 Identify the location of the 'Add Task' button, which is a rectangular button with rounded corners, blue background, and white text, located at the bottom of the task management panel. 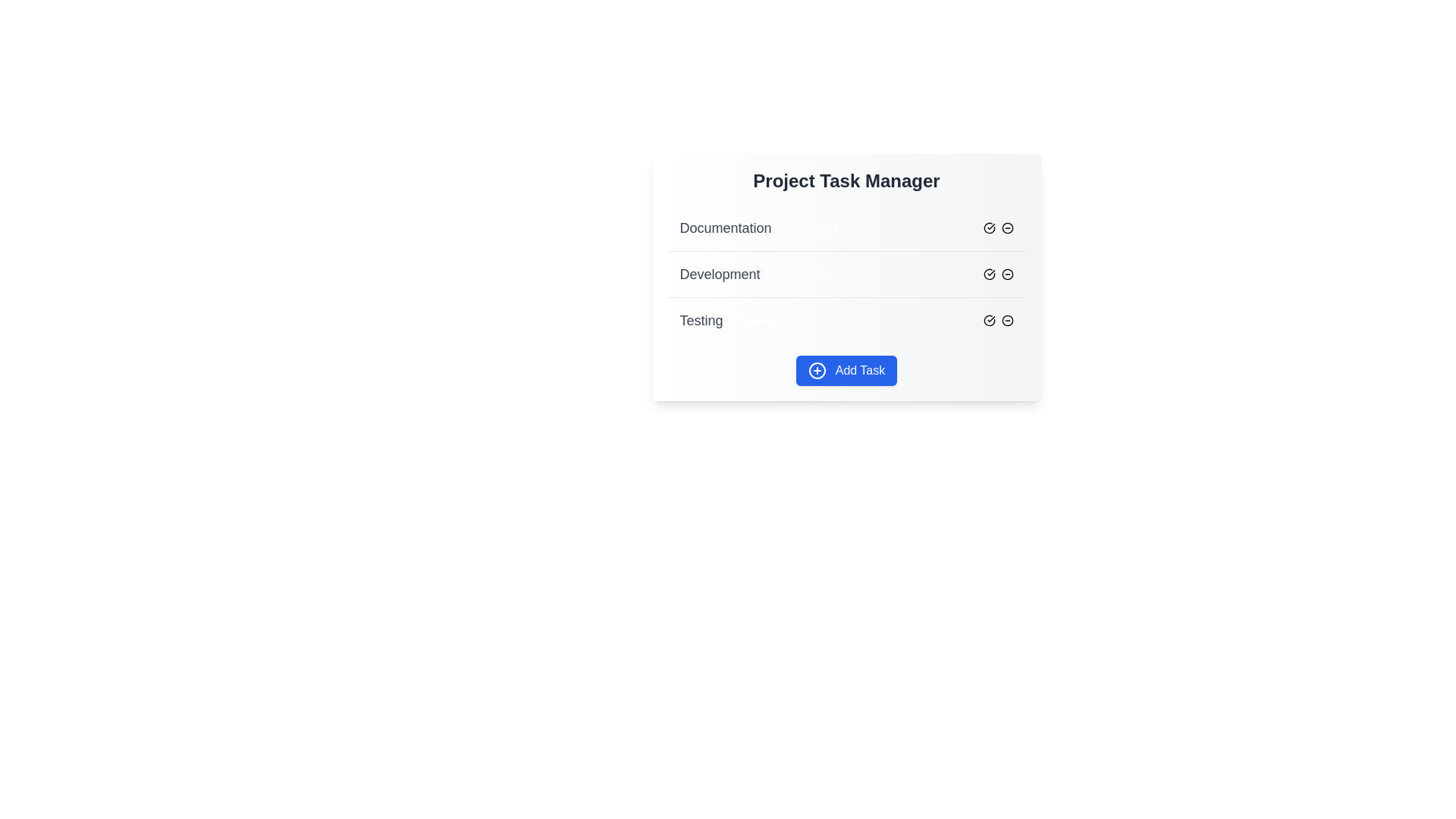
(846, 371).